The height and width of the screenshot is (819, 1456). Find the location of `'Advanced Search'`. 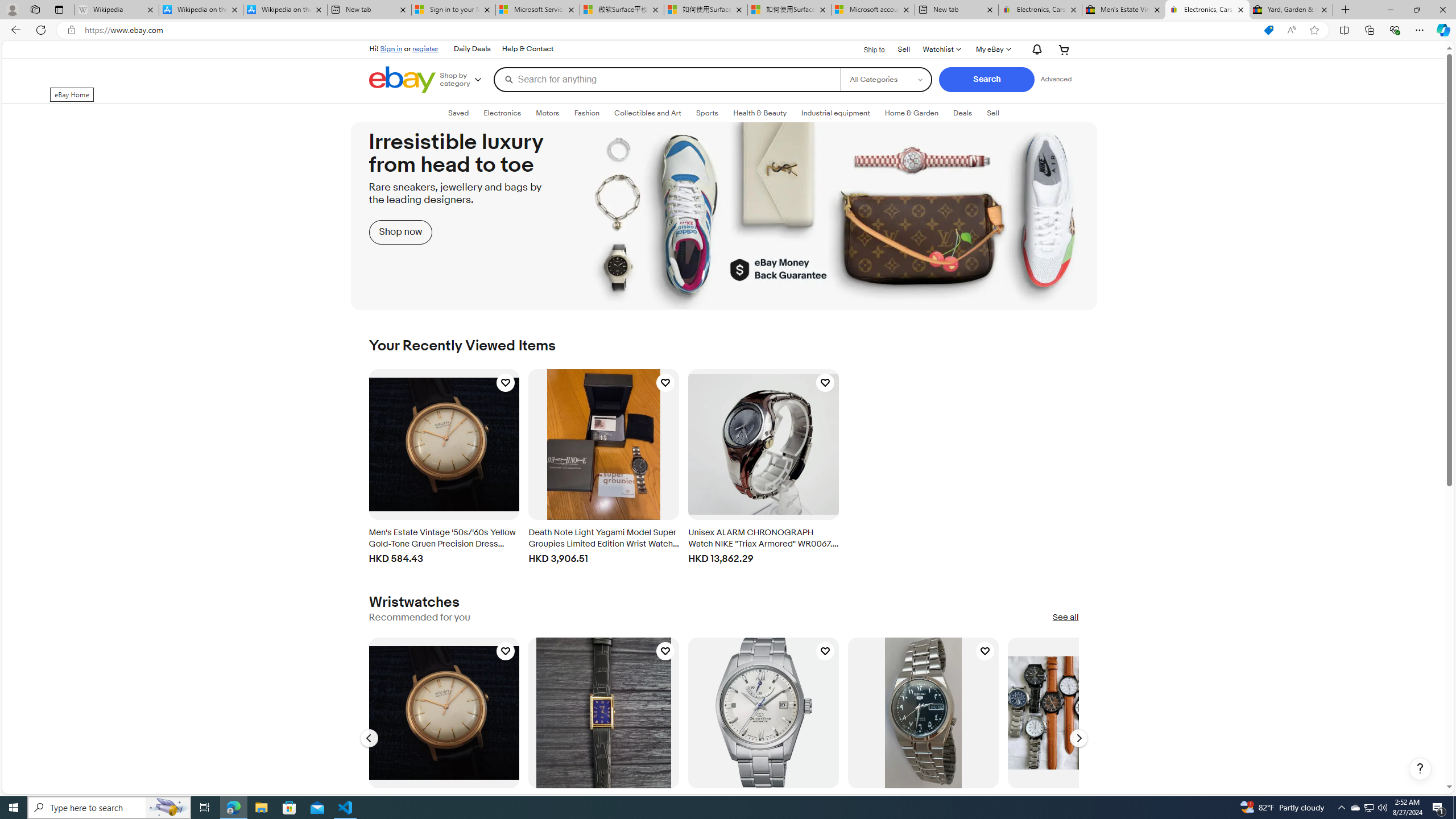

'Advanced Search' is located at coordinates (1056, 78).